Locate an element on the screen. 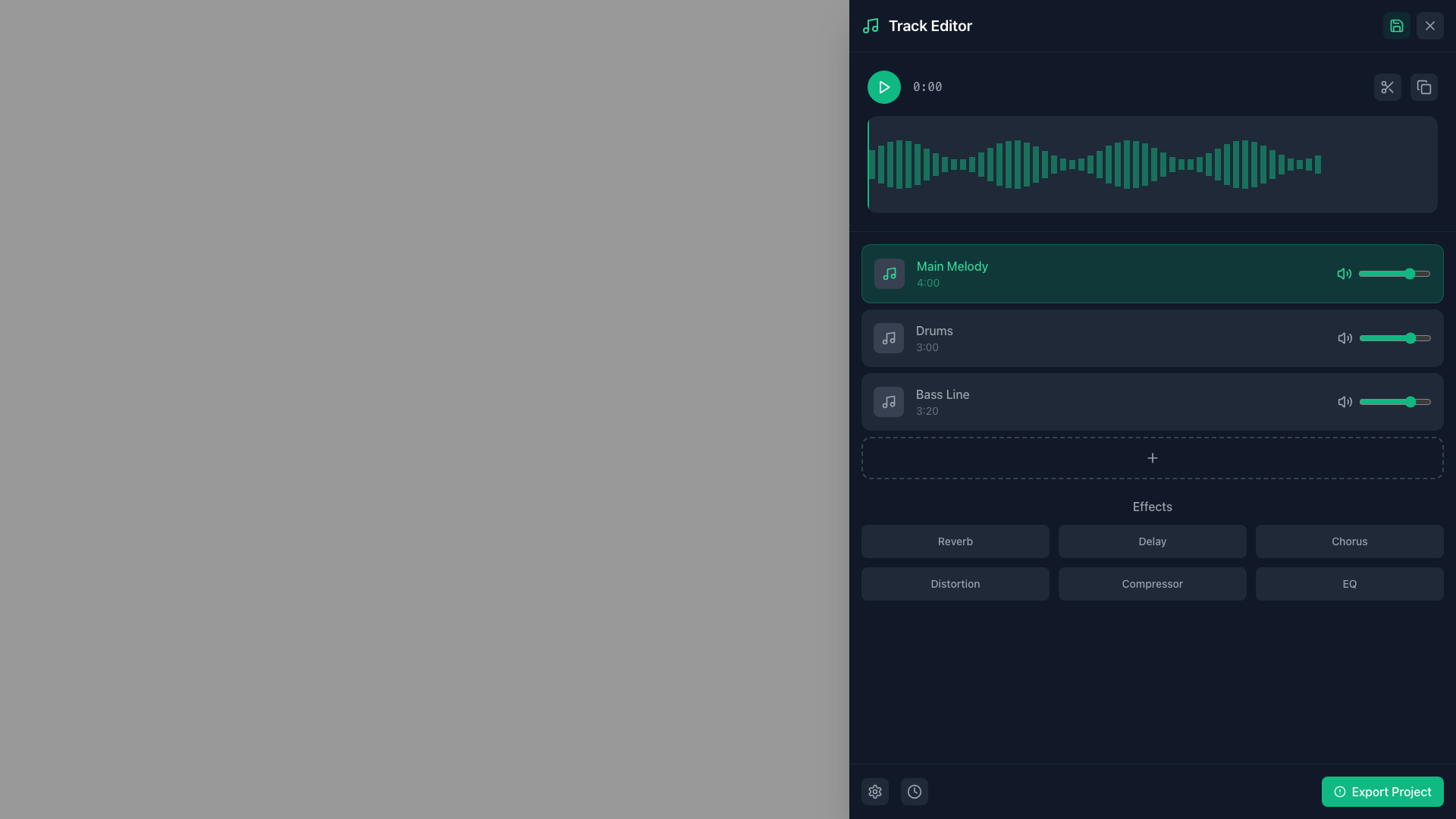 The image size is (1456, 819). the 17th vertical emerald green Waveform bar within the waveform visualization component in the top-right of the interface is located at coordinates (1018, 164).